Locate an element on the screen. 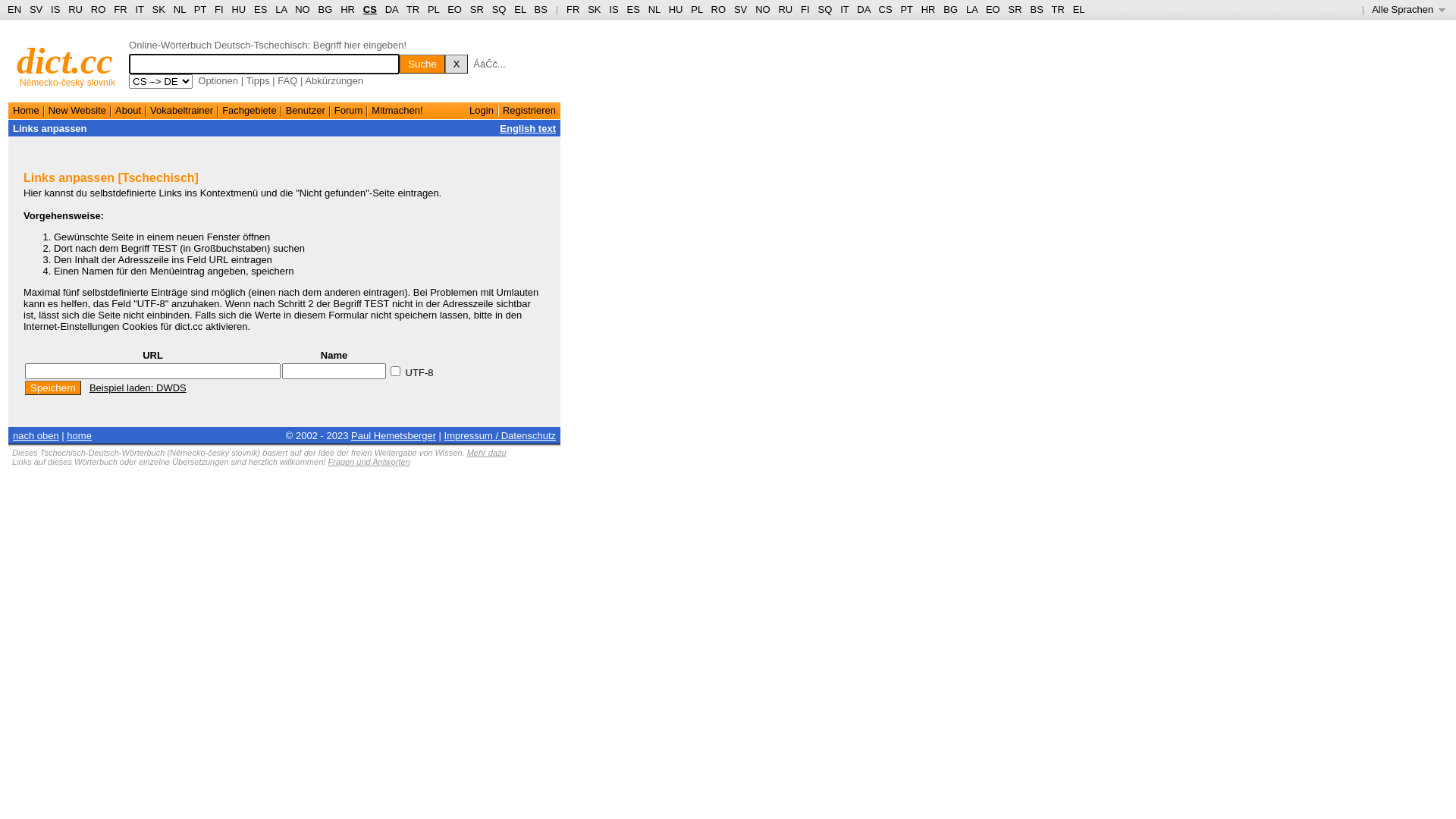 This screenshot has height=819, width=1456. 'HU' is located at coordinates (668, 9).